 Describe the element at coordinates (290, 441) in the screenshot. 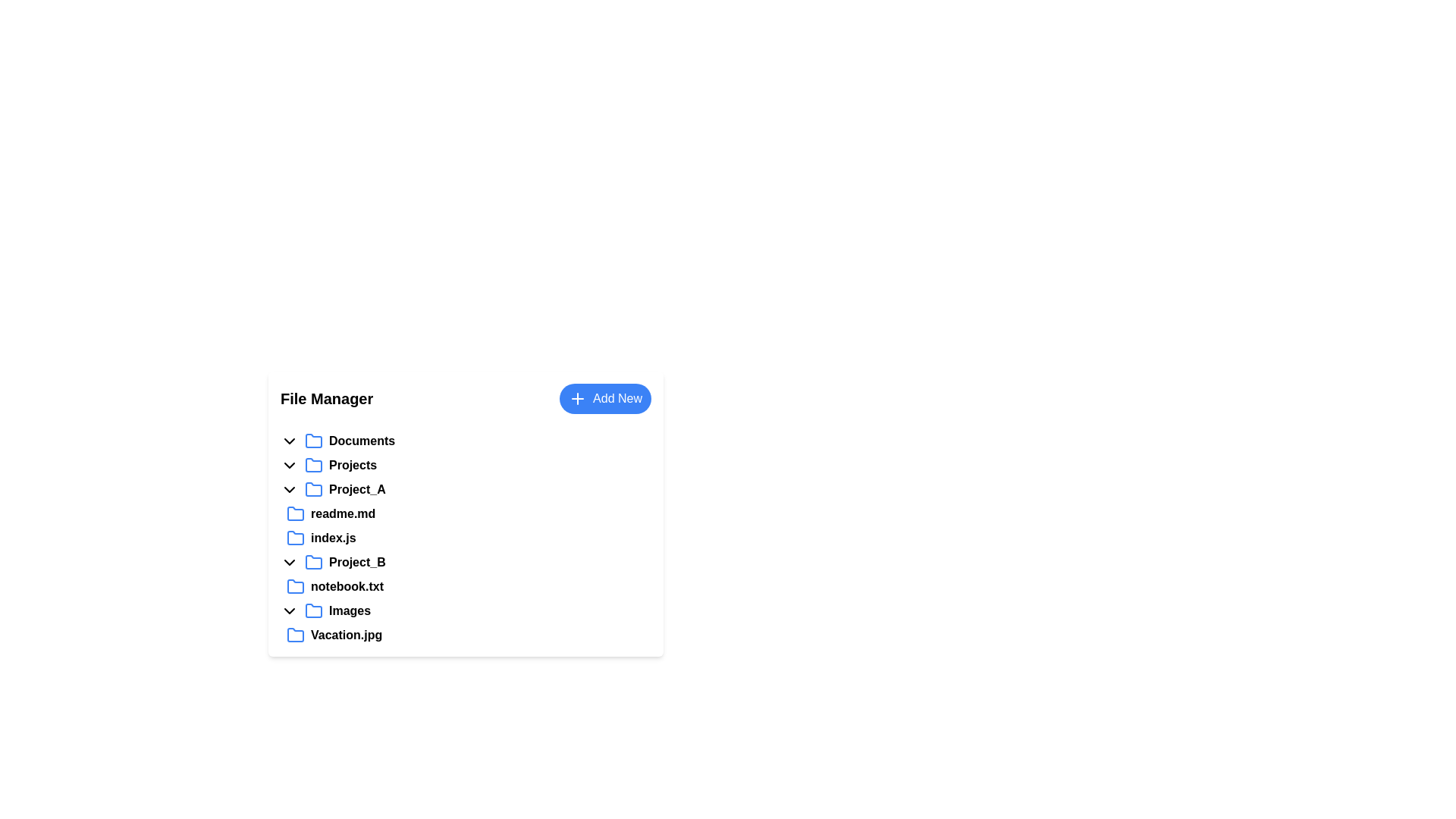

I see `the toggle icon` at that location.